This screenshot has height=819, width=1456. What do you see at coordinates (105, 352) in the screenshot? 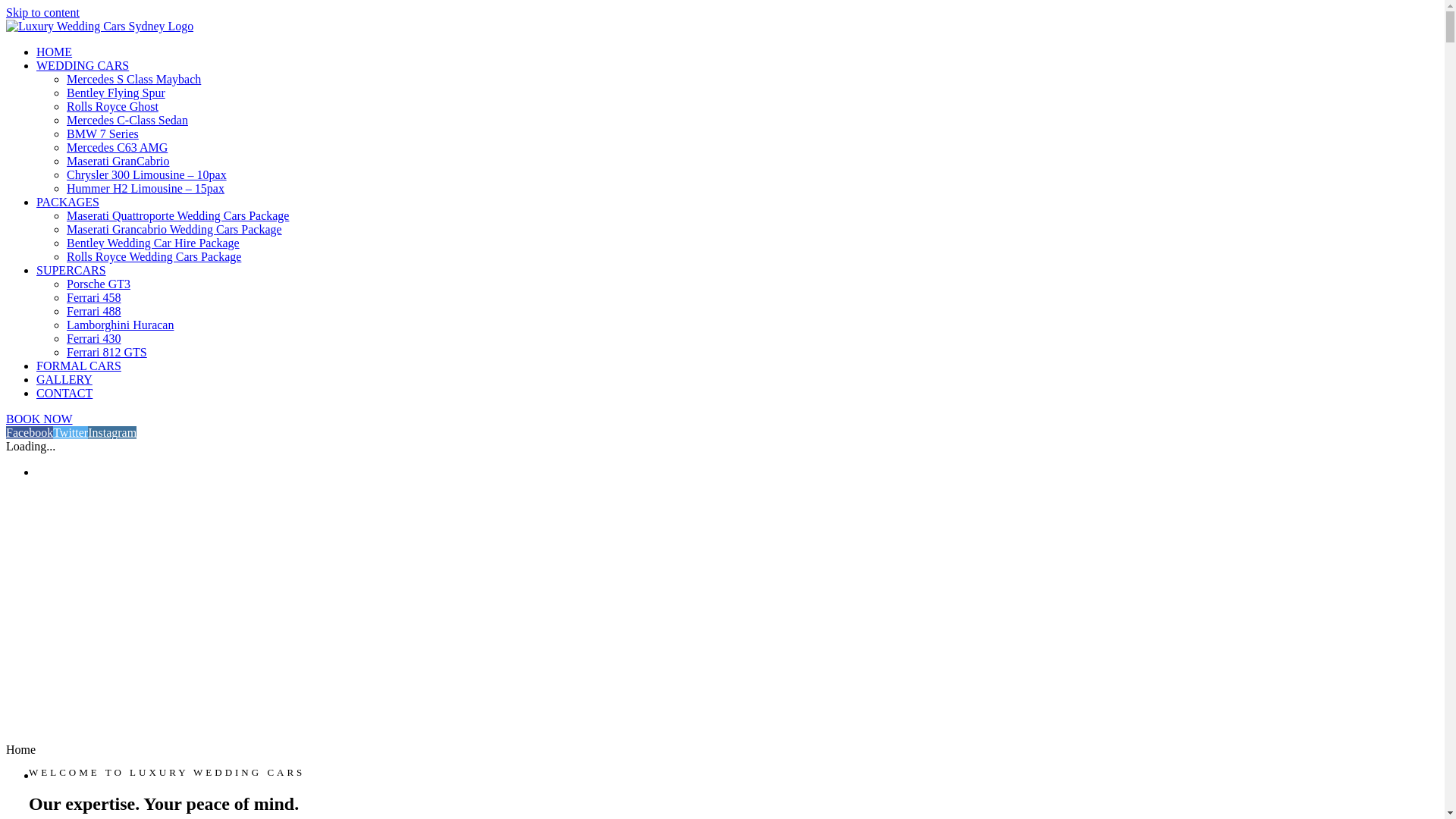
I see `'Ferrari 812 GTS'` at bounding box center [105, 352].